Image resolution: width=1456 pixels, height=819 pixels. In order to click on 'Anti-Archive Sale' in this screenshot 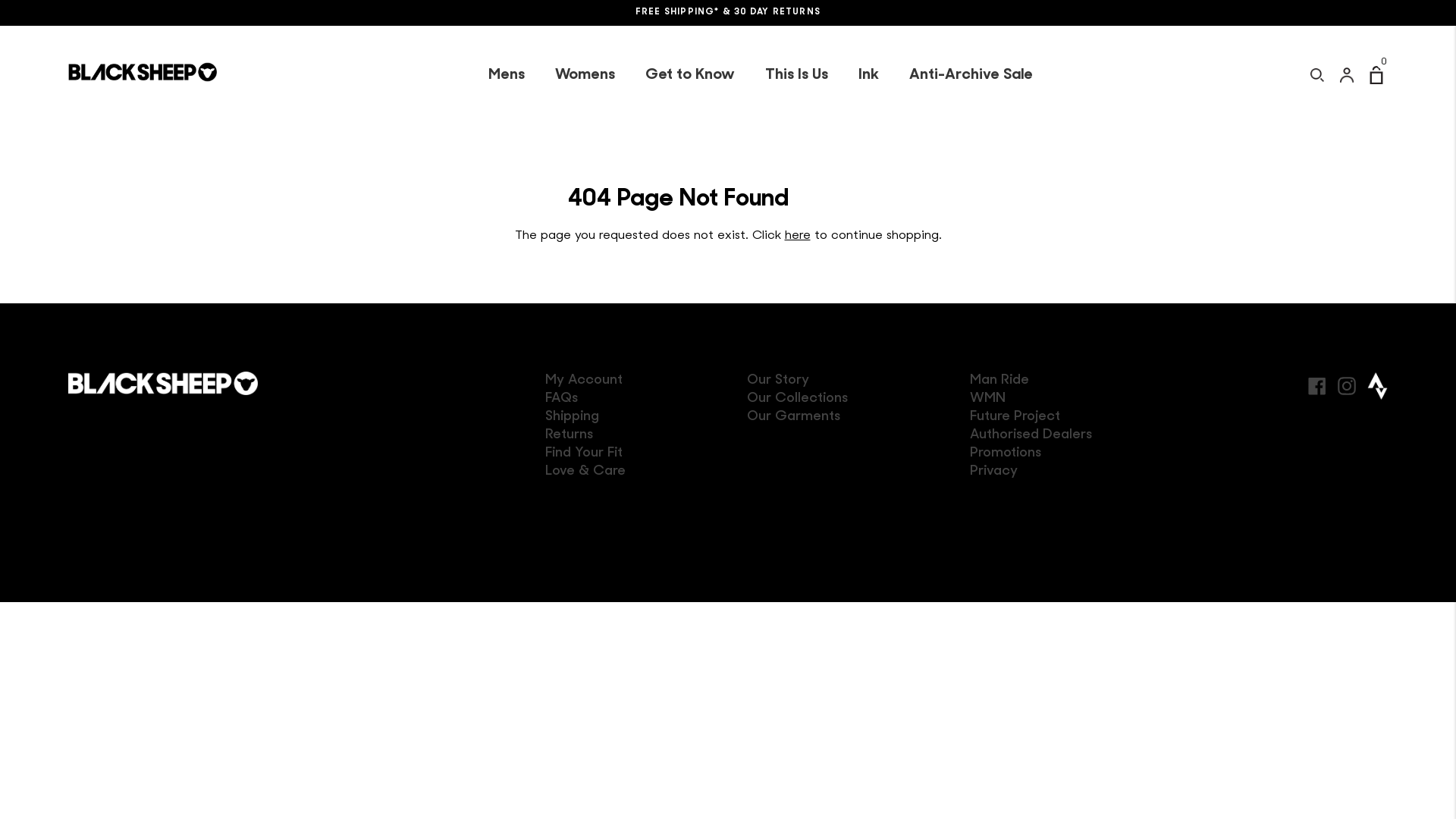, I will do `click(969, 75)`.